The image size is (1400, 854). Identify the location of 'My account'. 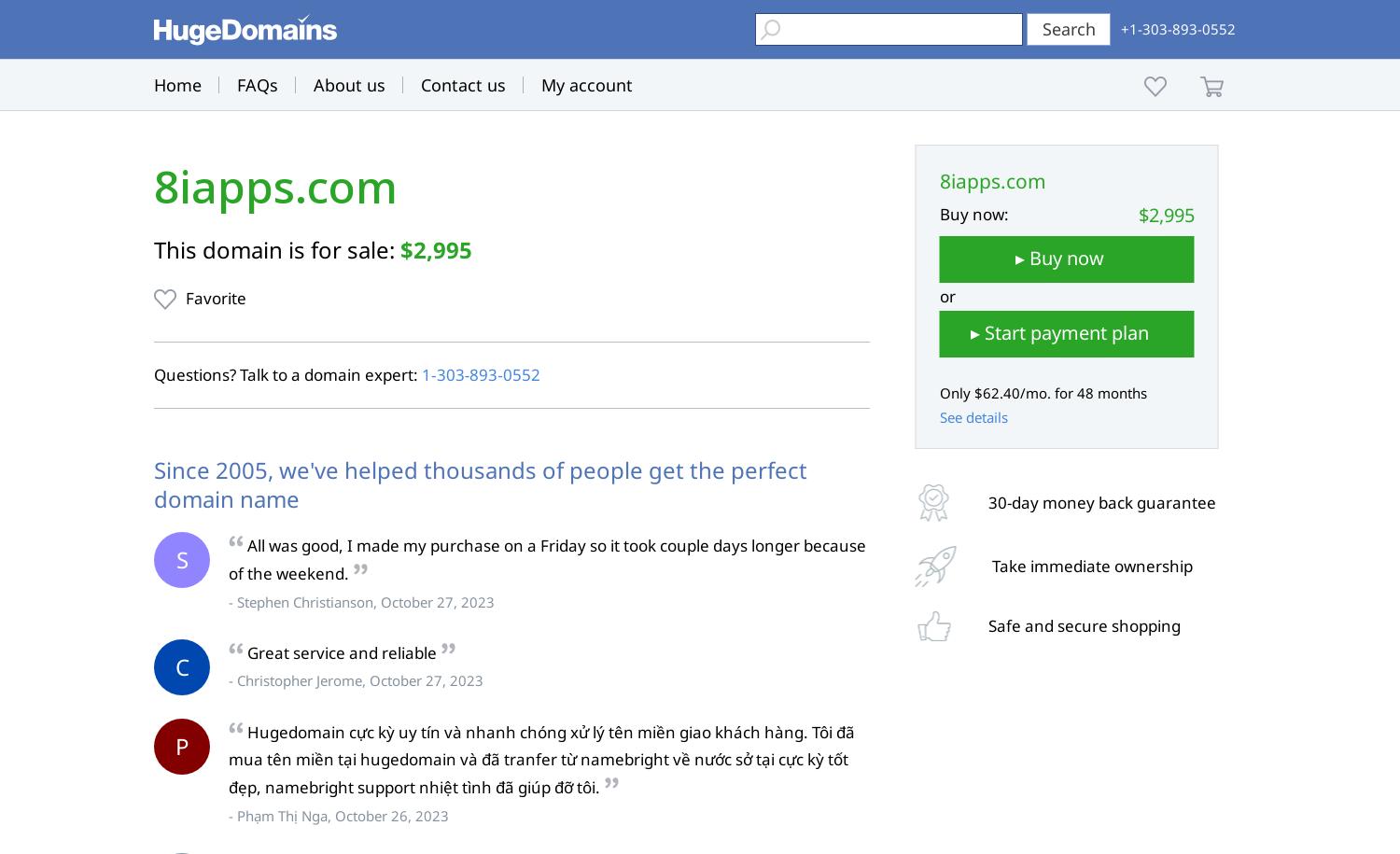
(586, 84).